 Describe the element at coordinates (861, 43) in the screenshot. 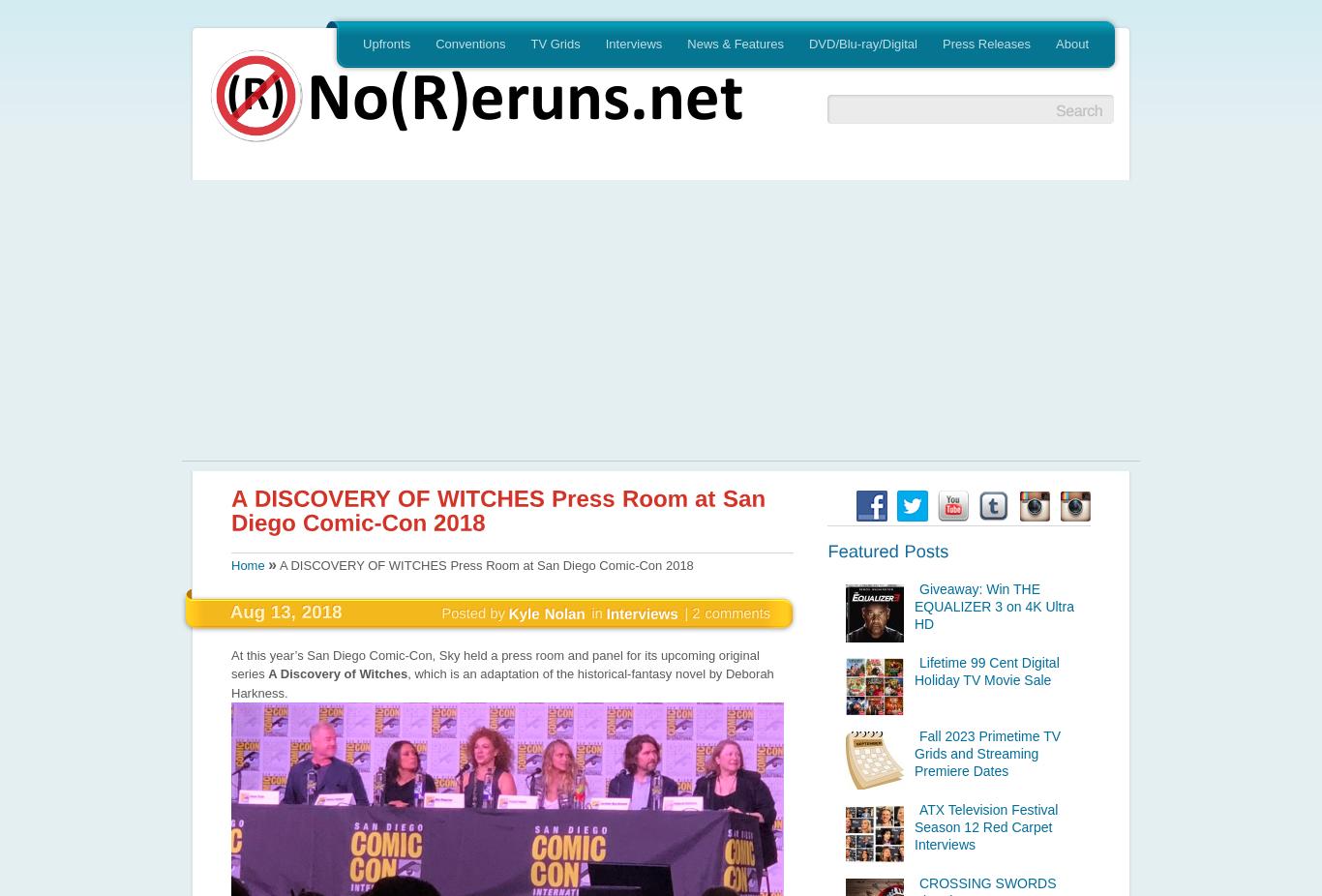

I see `'DVD/Blu-ray/Digital'` at that location.